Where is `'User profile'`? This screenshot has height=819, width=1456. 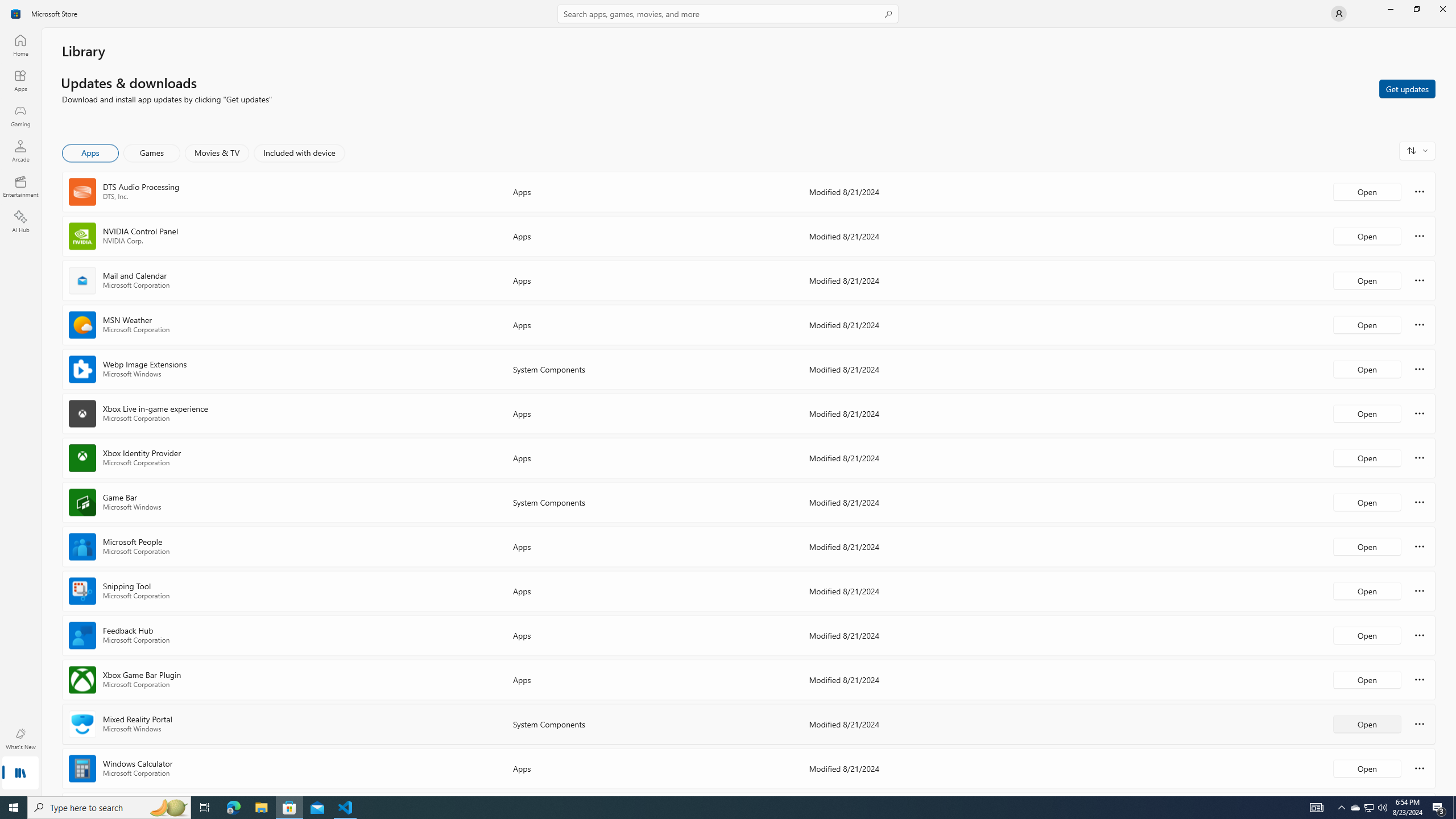
'User profile' is located at coordinates (1338, 13).